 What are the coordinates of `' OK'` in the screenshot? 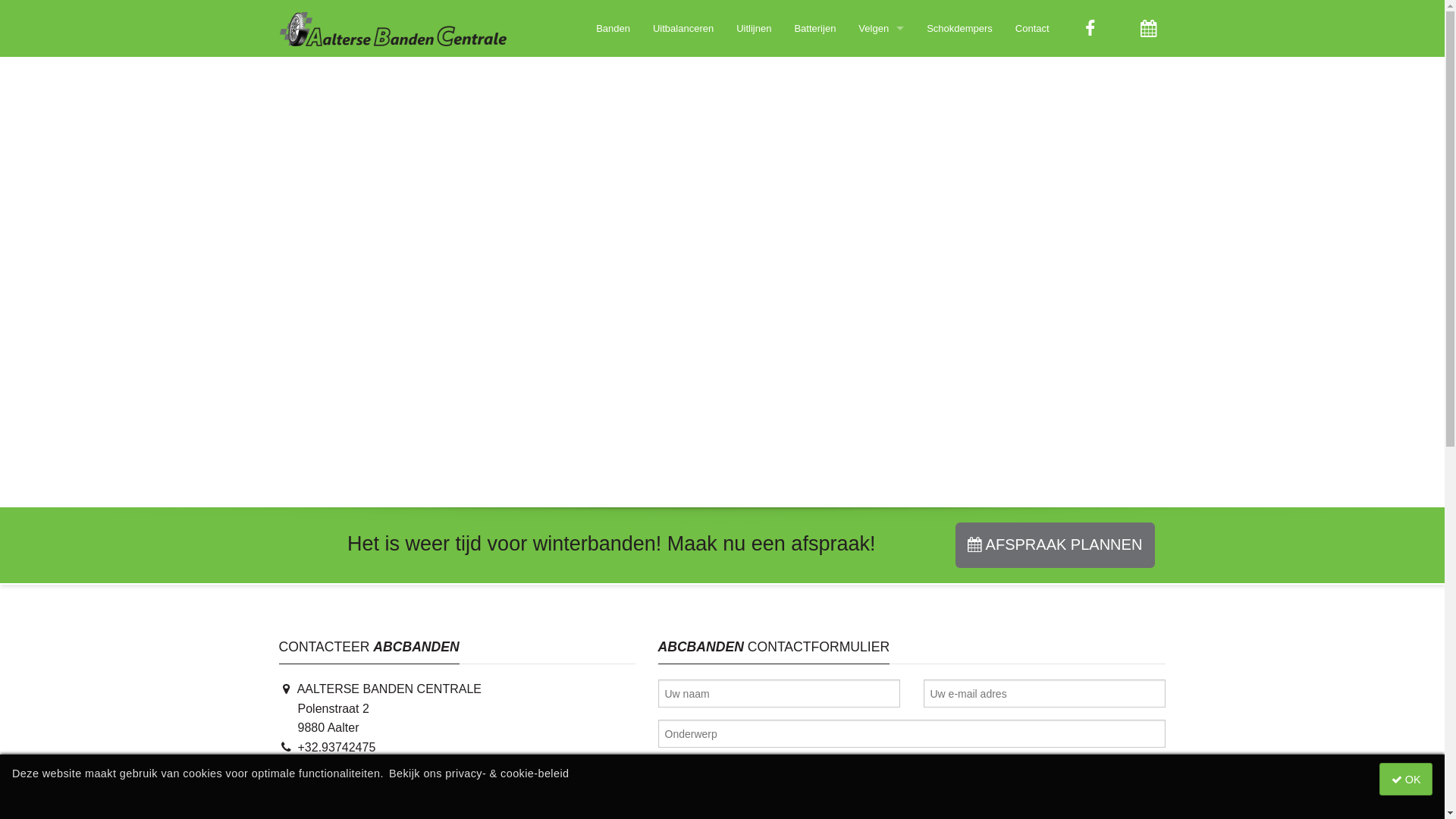 It's located at (1404, 778).